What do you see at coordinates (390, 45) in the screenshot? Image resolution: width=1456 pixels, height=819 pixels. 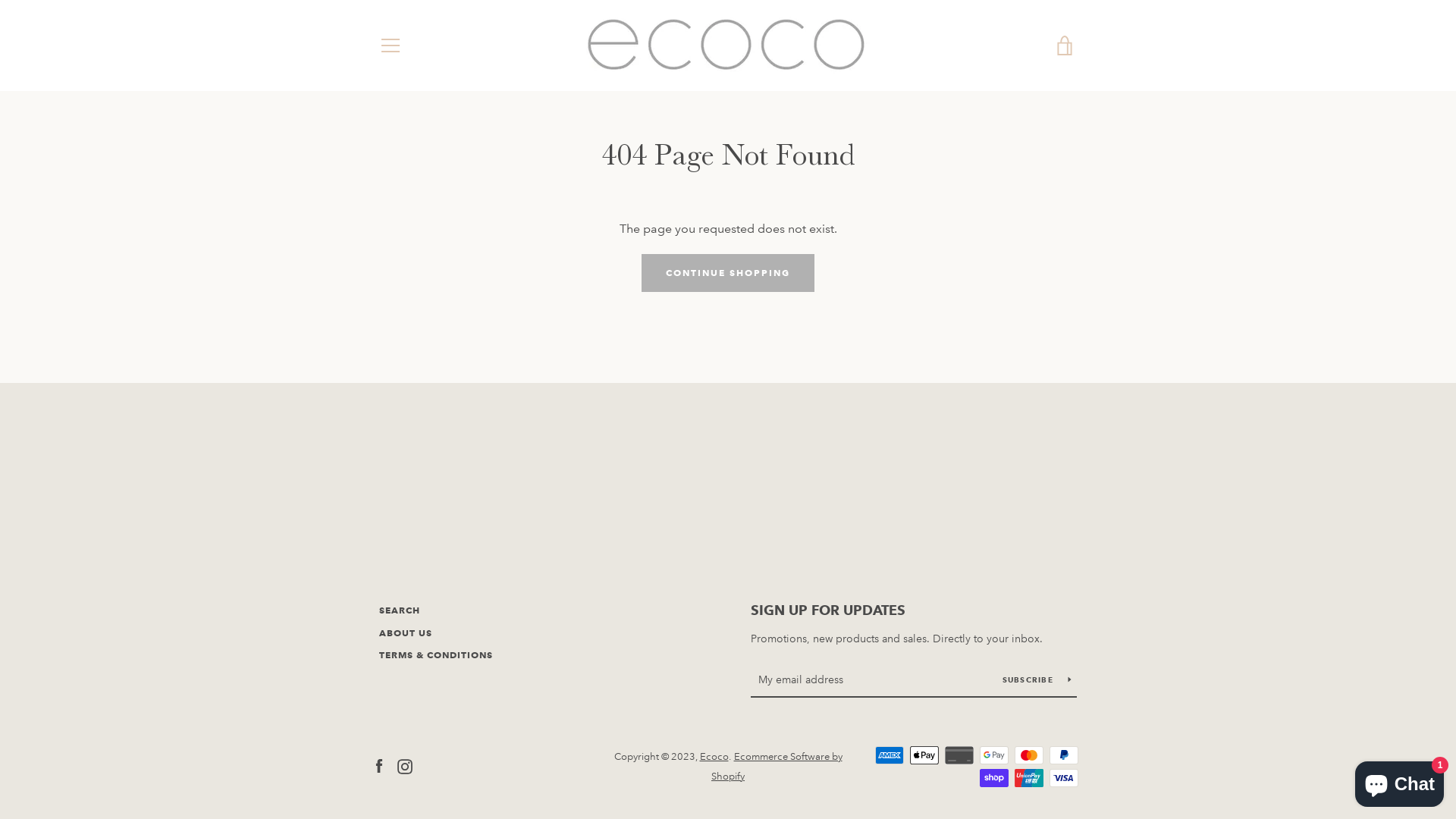 I see `'MENU'` at bounding box center [390, 45].